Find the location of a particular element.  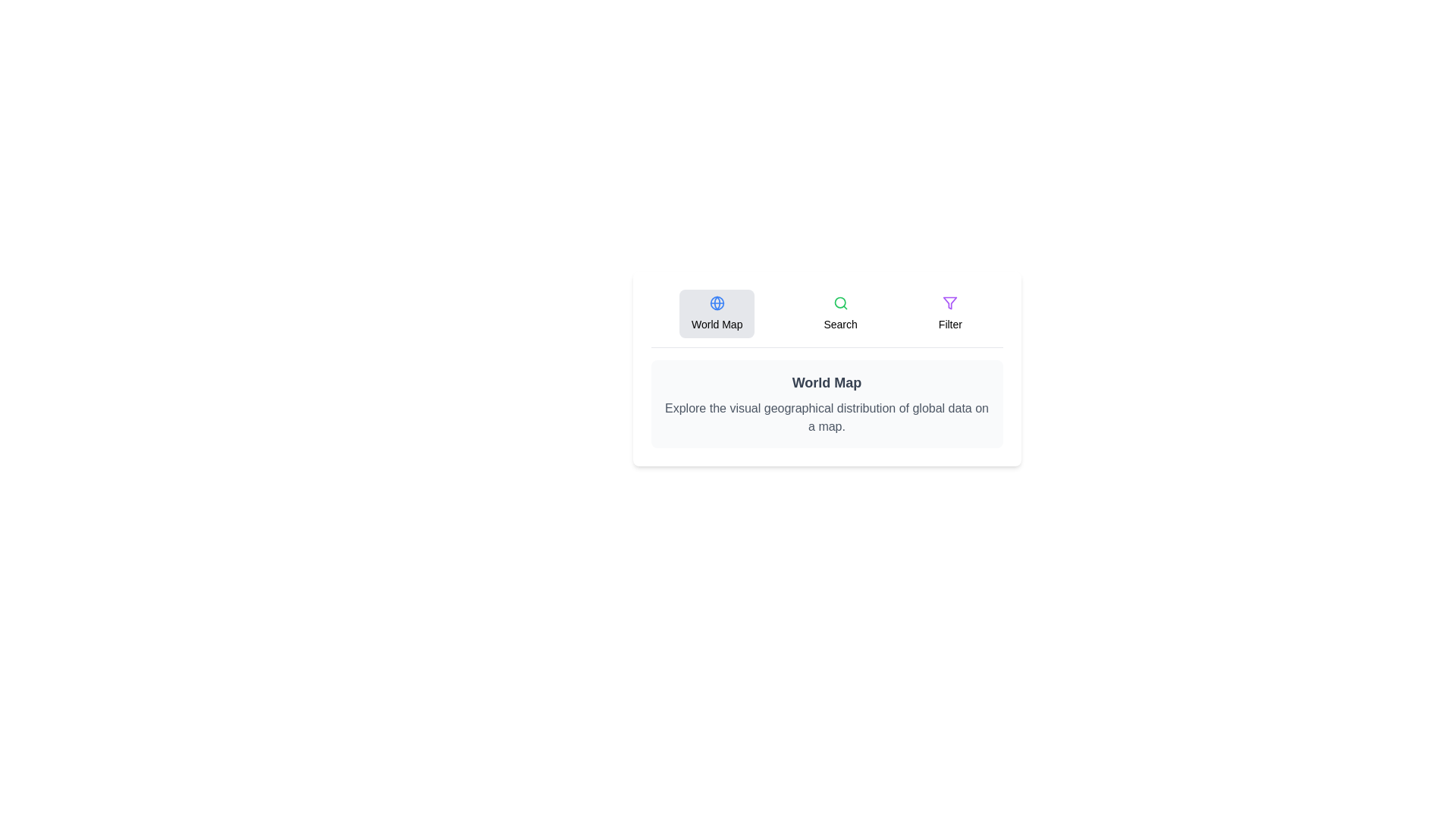

the tab labeled World Map to activate it is located at coordinates (716, 312).